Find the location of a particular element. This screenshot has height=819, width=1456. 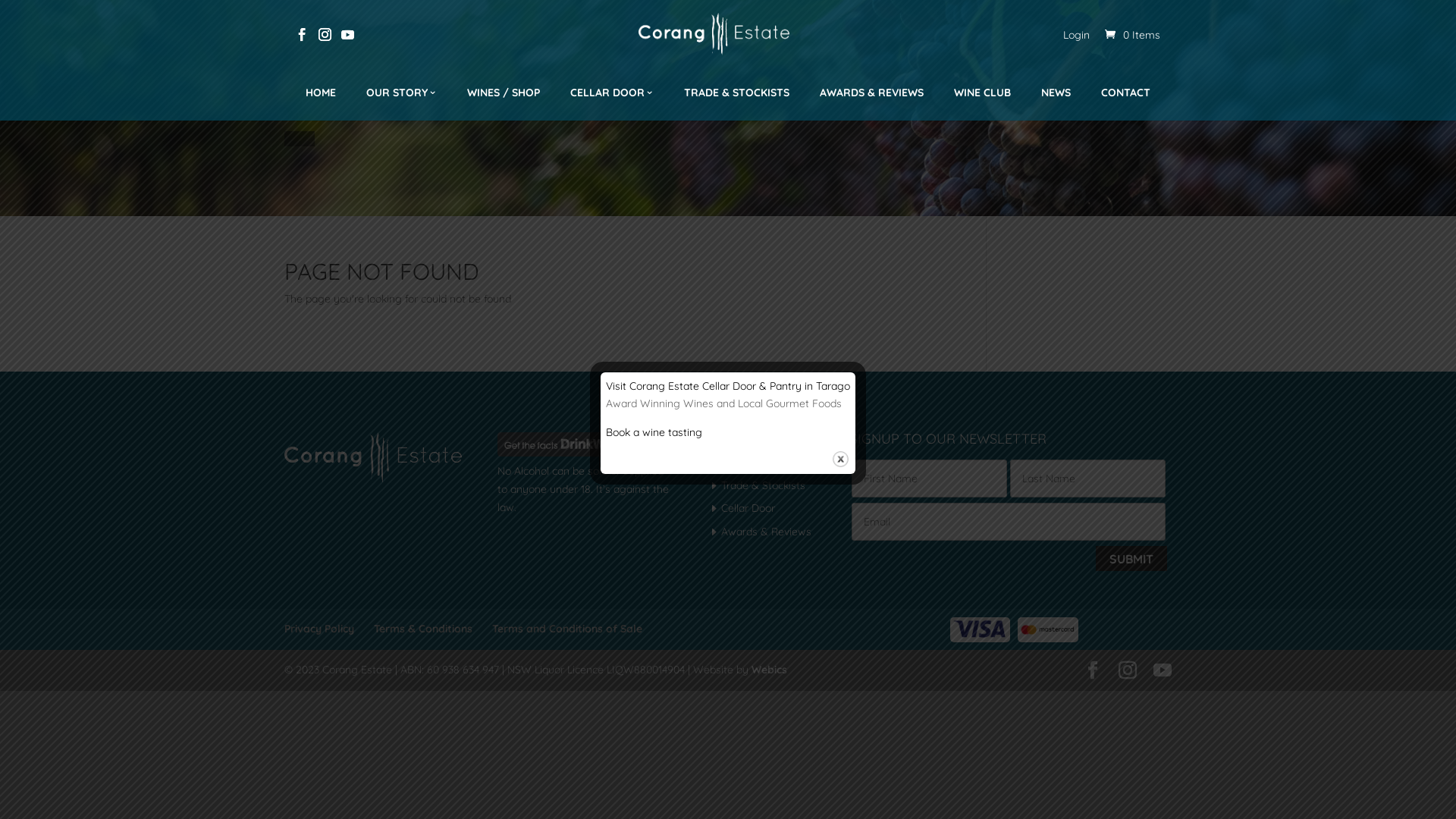

'WINE CLUB' is located at coordinates (982, 93).